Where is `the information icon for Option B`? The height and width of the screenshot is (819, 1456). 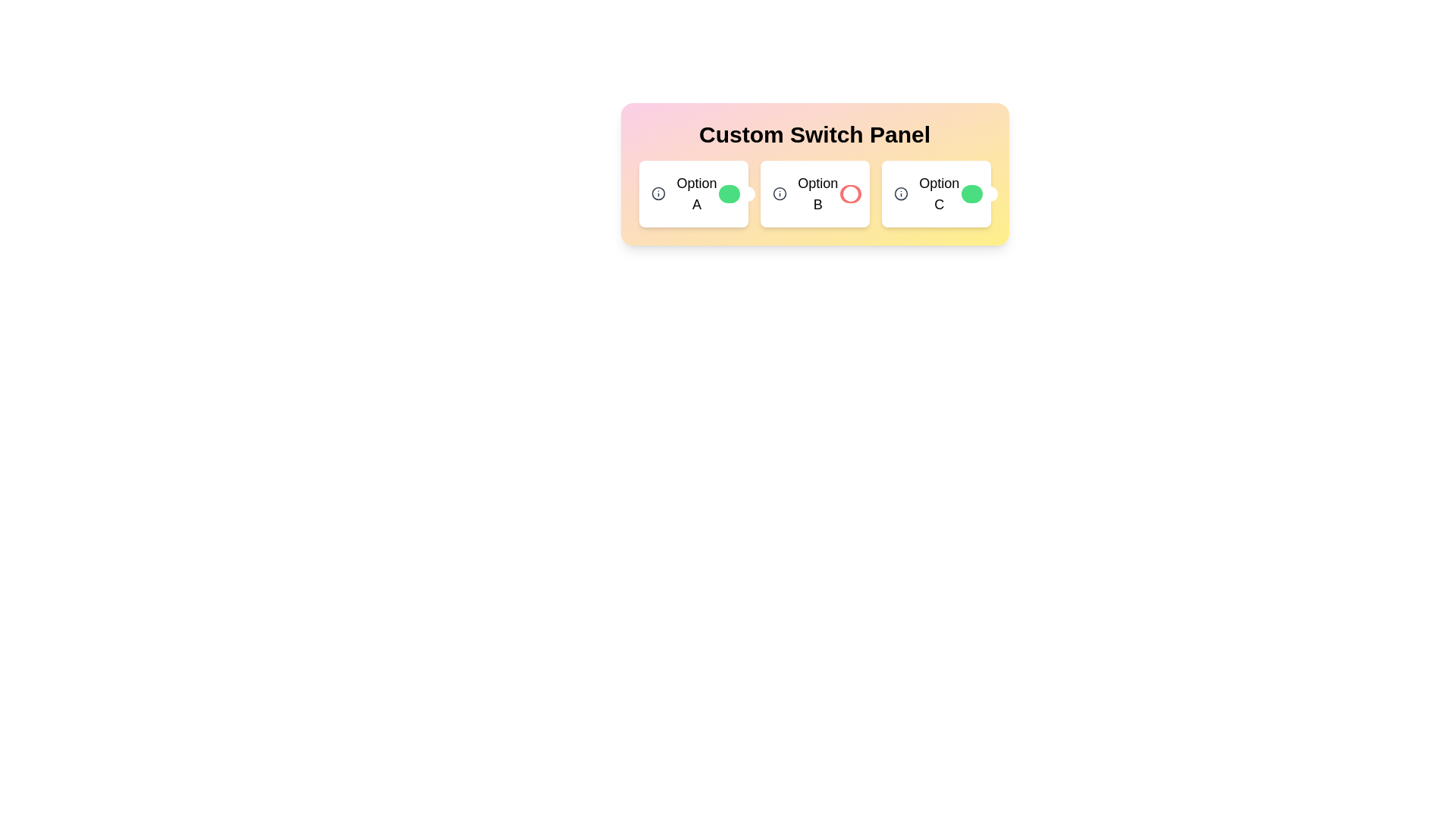 the information icon for Option B is located at coordinates (780, 193).